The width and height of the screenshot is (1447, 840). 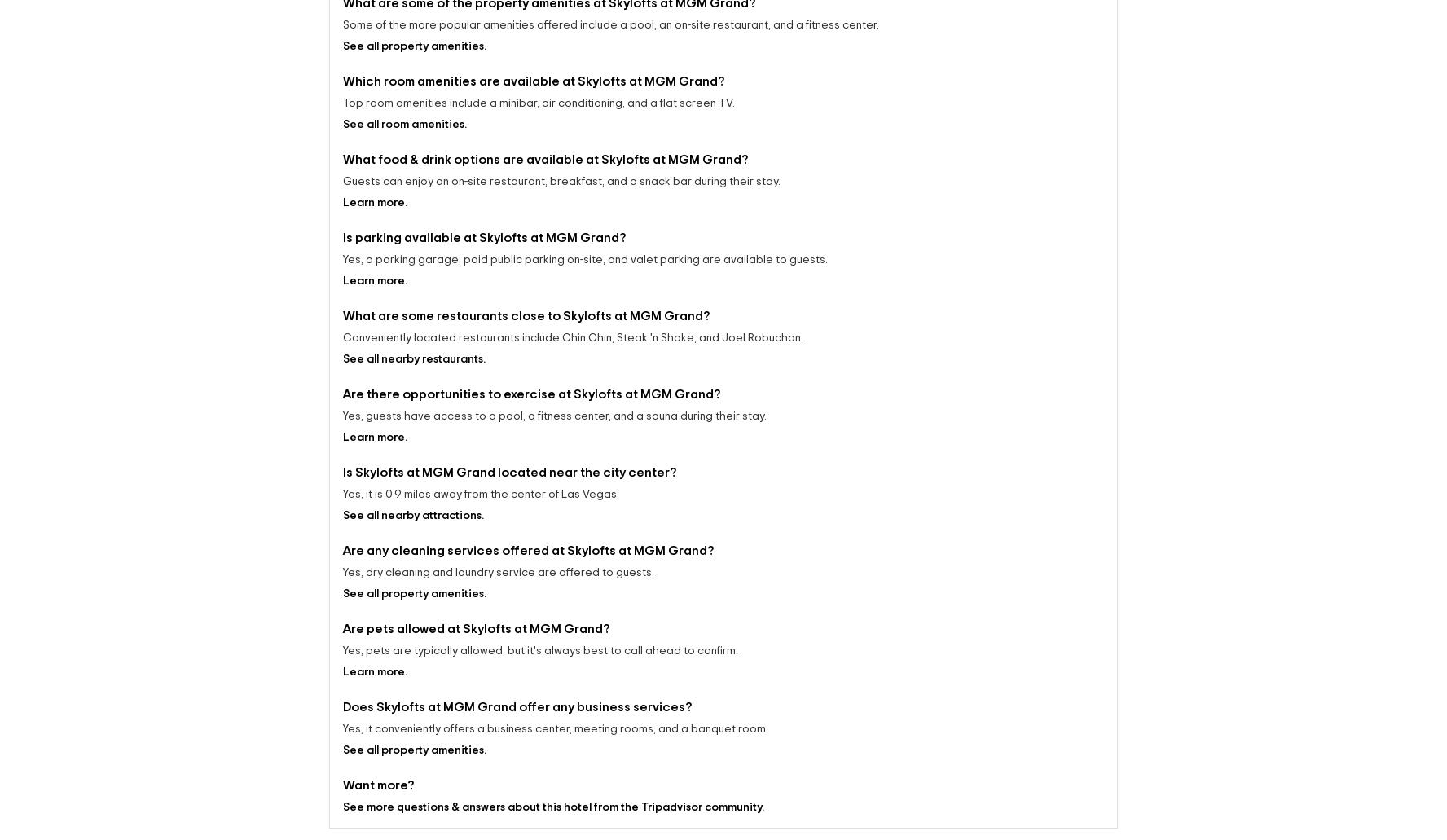 What do you see at coordinates (342, 714) in the screenshot?
I see `'Yes, it conveniently offers a business center, meeting rooms, and a banquet room.'` at bounding box center [342, 714].